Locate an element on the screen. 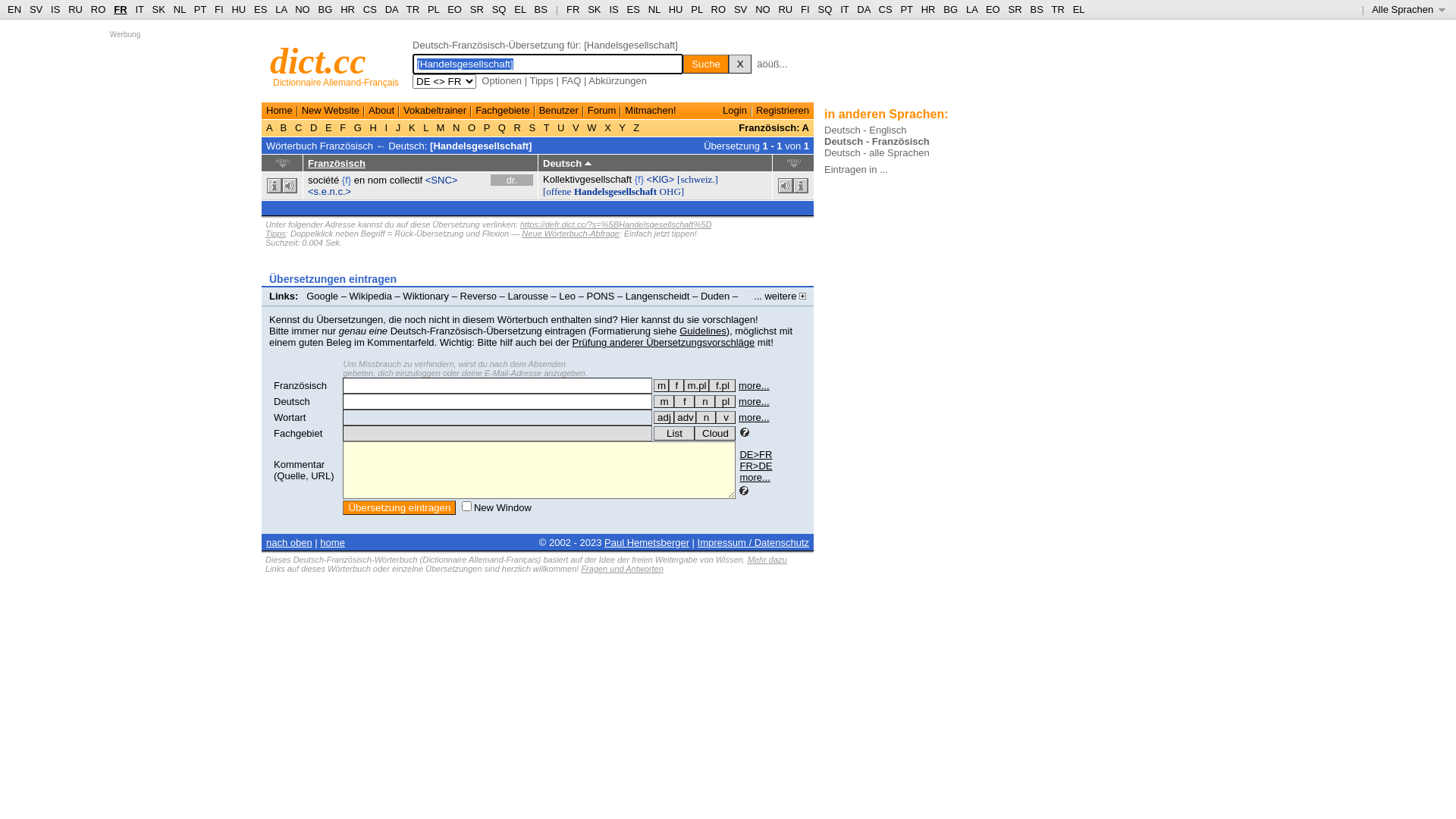 Image resolution: width=1456 pixels, height=819 pixels. 'v' is located at coordinates (715, 417).